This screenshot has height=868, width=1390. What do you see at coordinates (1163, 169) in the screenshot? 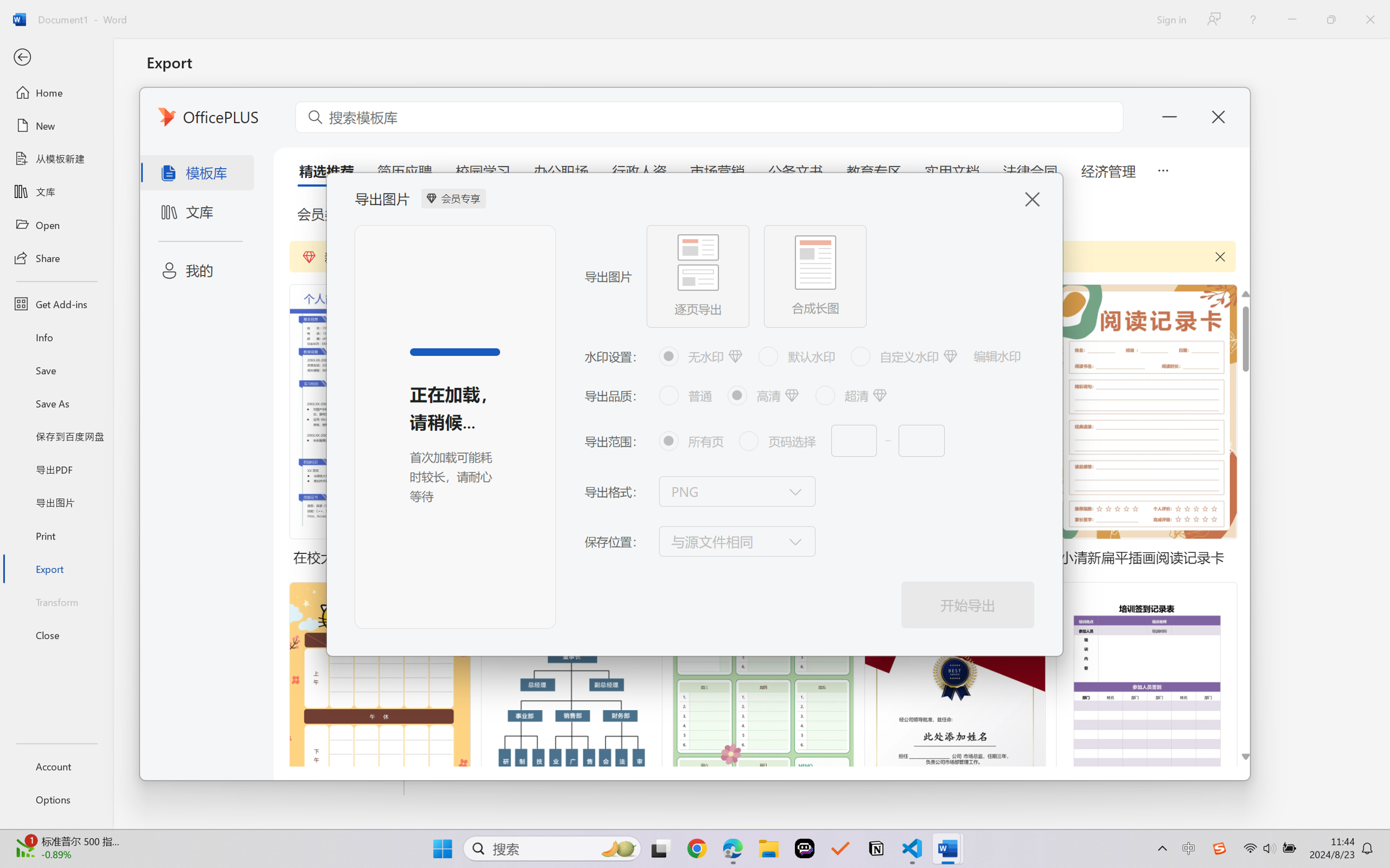
I see `'5 more tabs'` at bounding box center [1163, 169].